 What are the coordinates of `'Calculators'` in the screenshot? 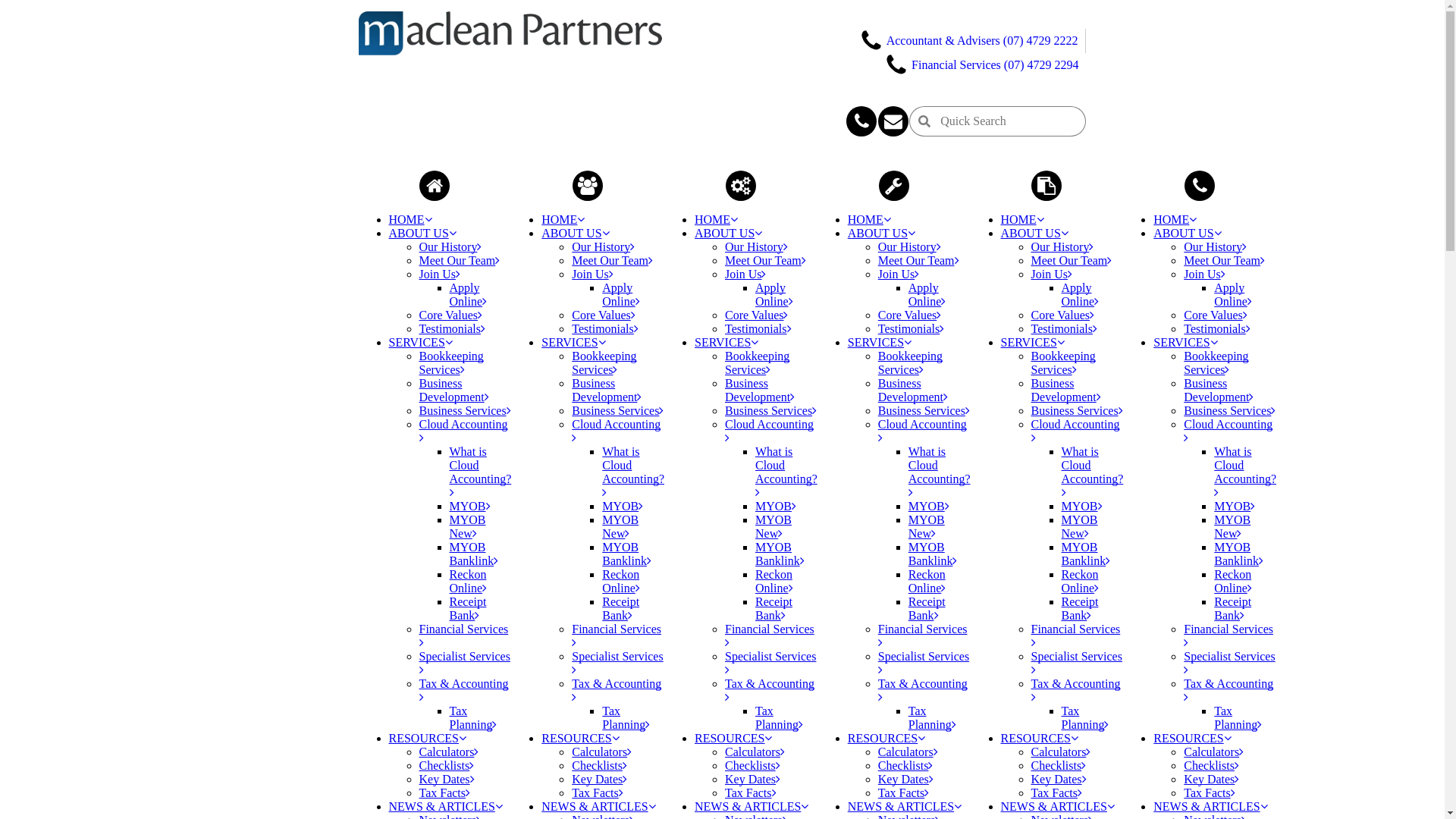 It's located at (1060, 752).